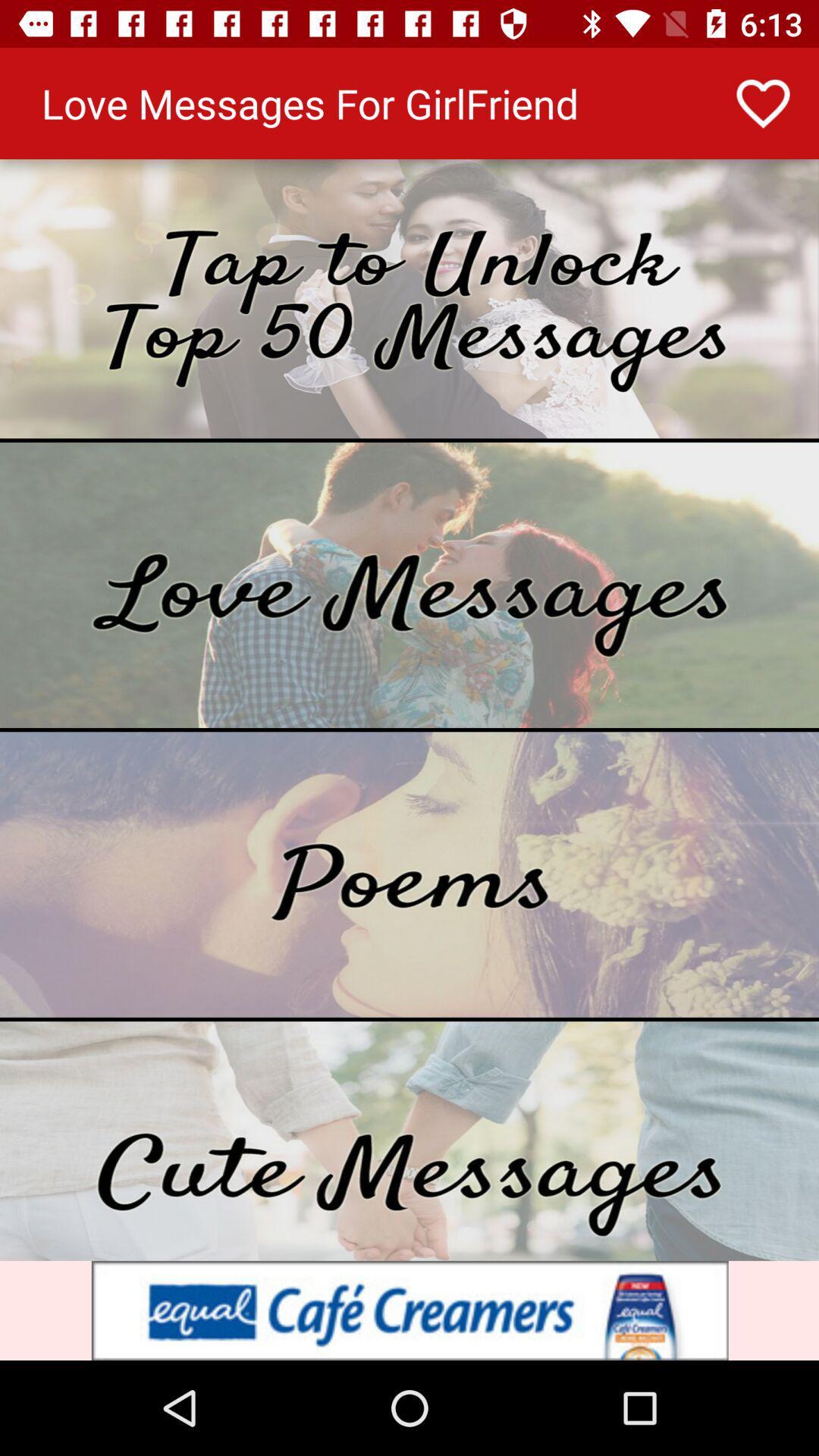 This screenshot has height=1456, width=819. What do you see at coordinates (409, 1310) in the screenshot?
I see `advertisement` at bounding box center [409, 1310].